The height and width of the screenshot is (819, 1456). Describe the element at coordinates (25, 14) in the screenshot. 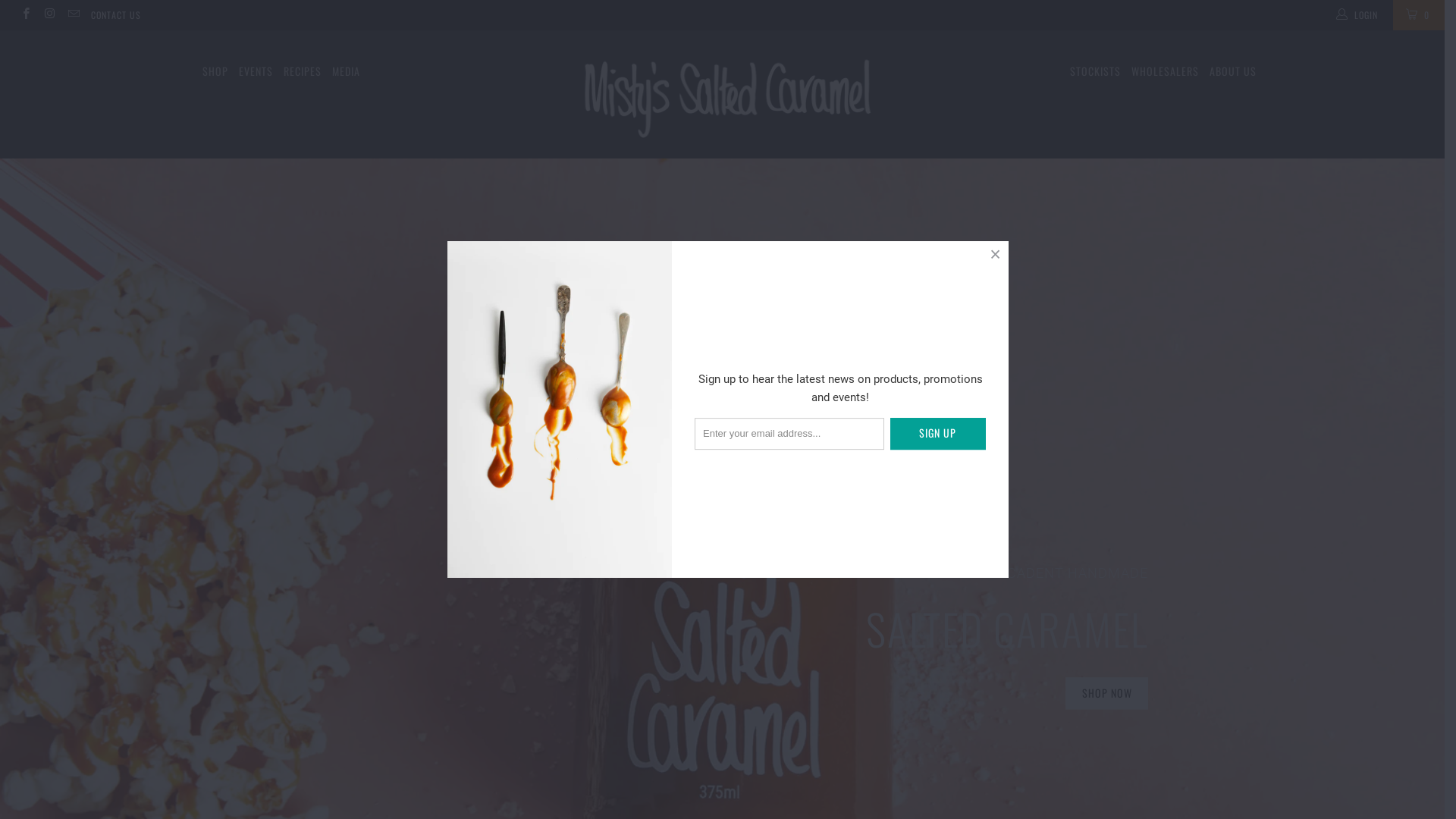

I see `'Misty's Salted Caramel on Facebook'` at that location.